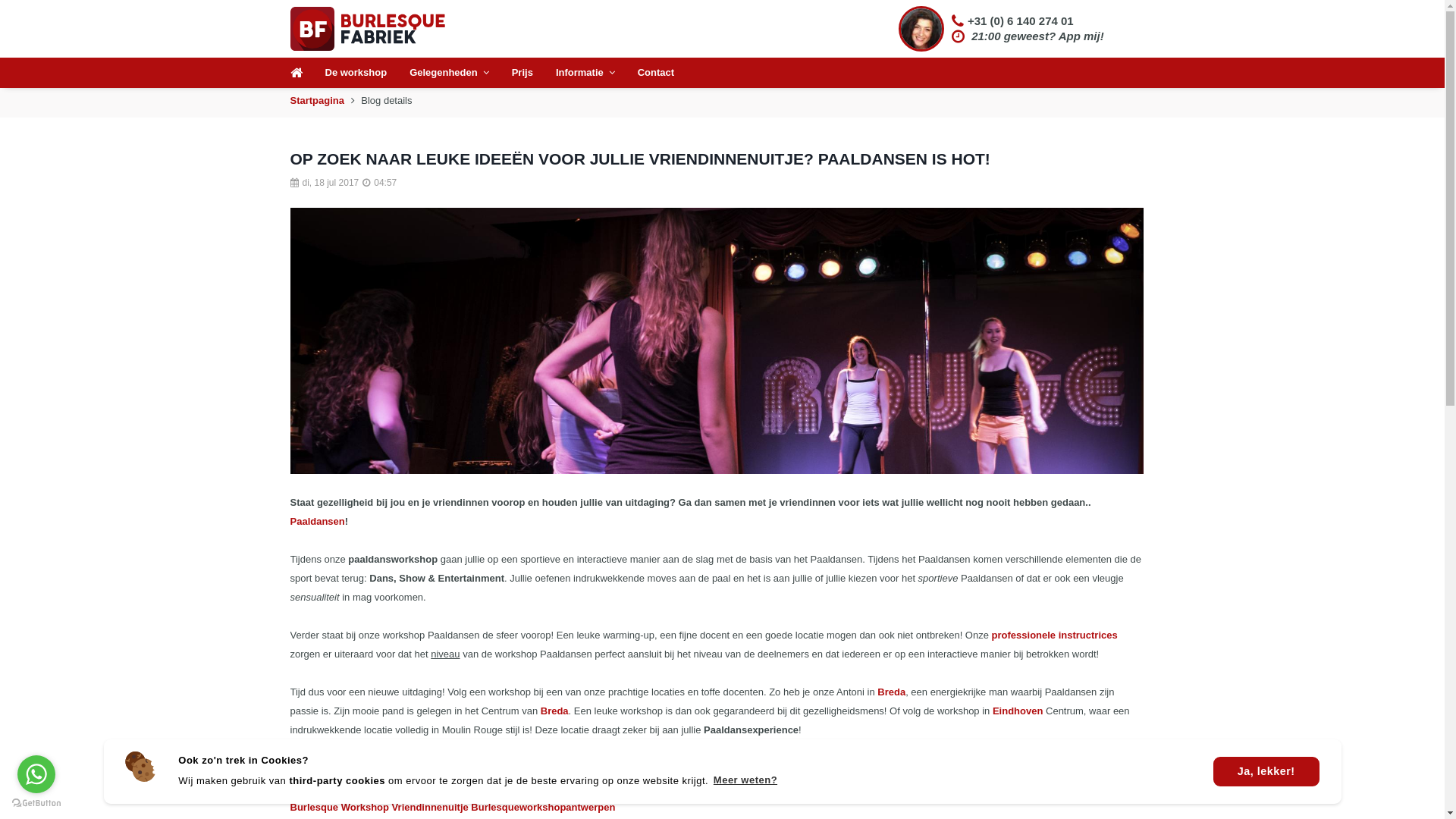 The image size is (1456, 819). Describe the element at coordinates (1018, 711) in the screenshot. I see `'Eindhoven'` at that location.